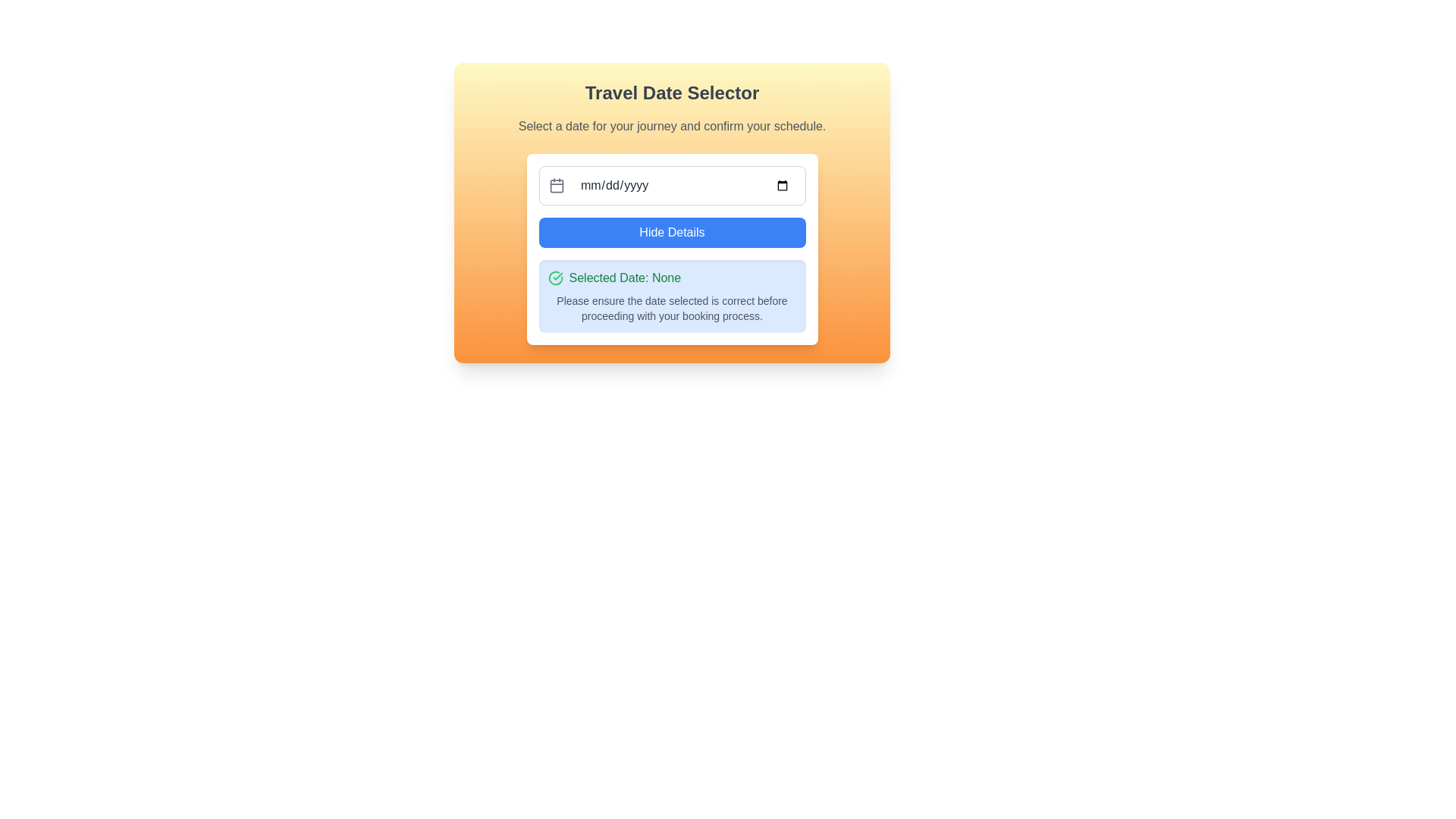  I want to click on the text label displaying 'Selected Date: None' in a green font located at the bottom section of a card UI, so click(625, 278).